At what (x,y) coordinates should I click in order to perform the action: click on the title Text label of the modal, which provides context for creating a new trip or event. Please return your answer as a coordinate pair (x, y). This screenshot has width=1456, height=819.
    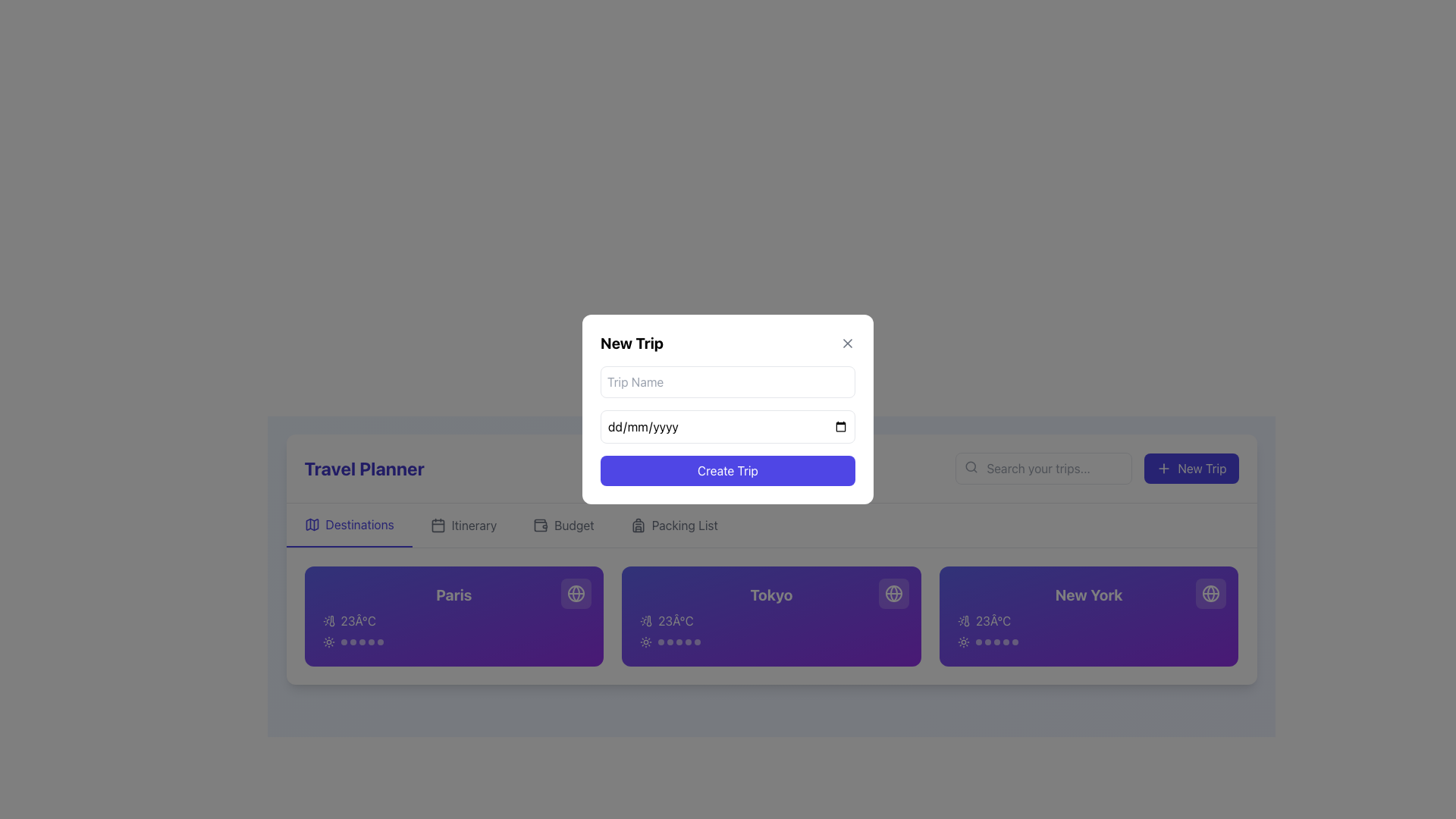
    Looking at the image, I should click on (632, 343).